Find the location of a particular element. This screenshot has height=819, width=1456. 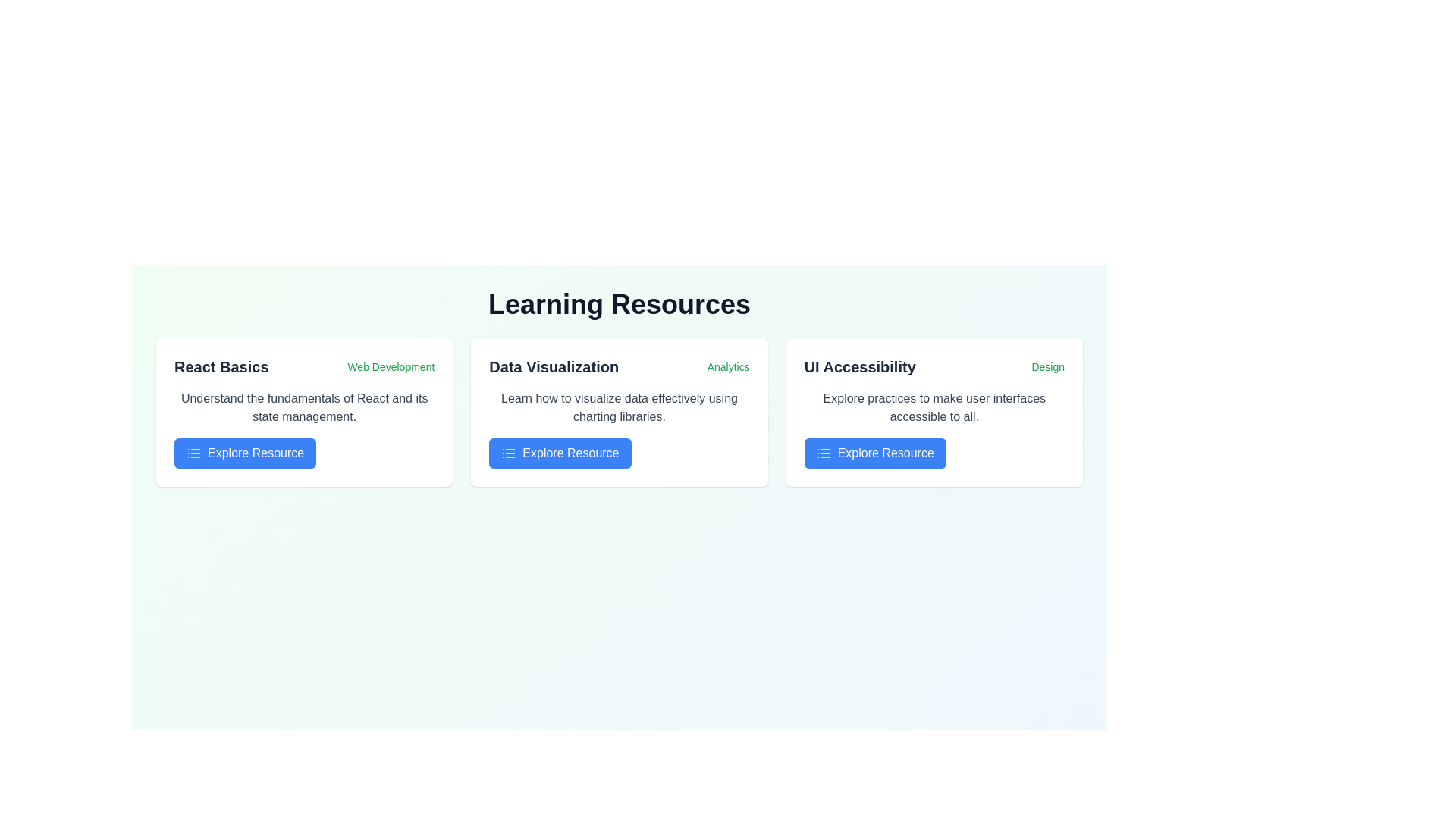

text label located in the upper-right corner of the first card element in the resource grid, adjacent to the title 'React Basics' is located at coordinates (391, 366).